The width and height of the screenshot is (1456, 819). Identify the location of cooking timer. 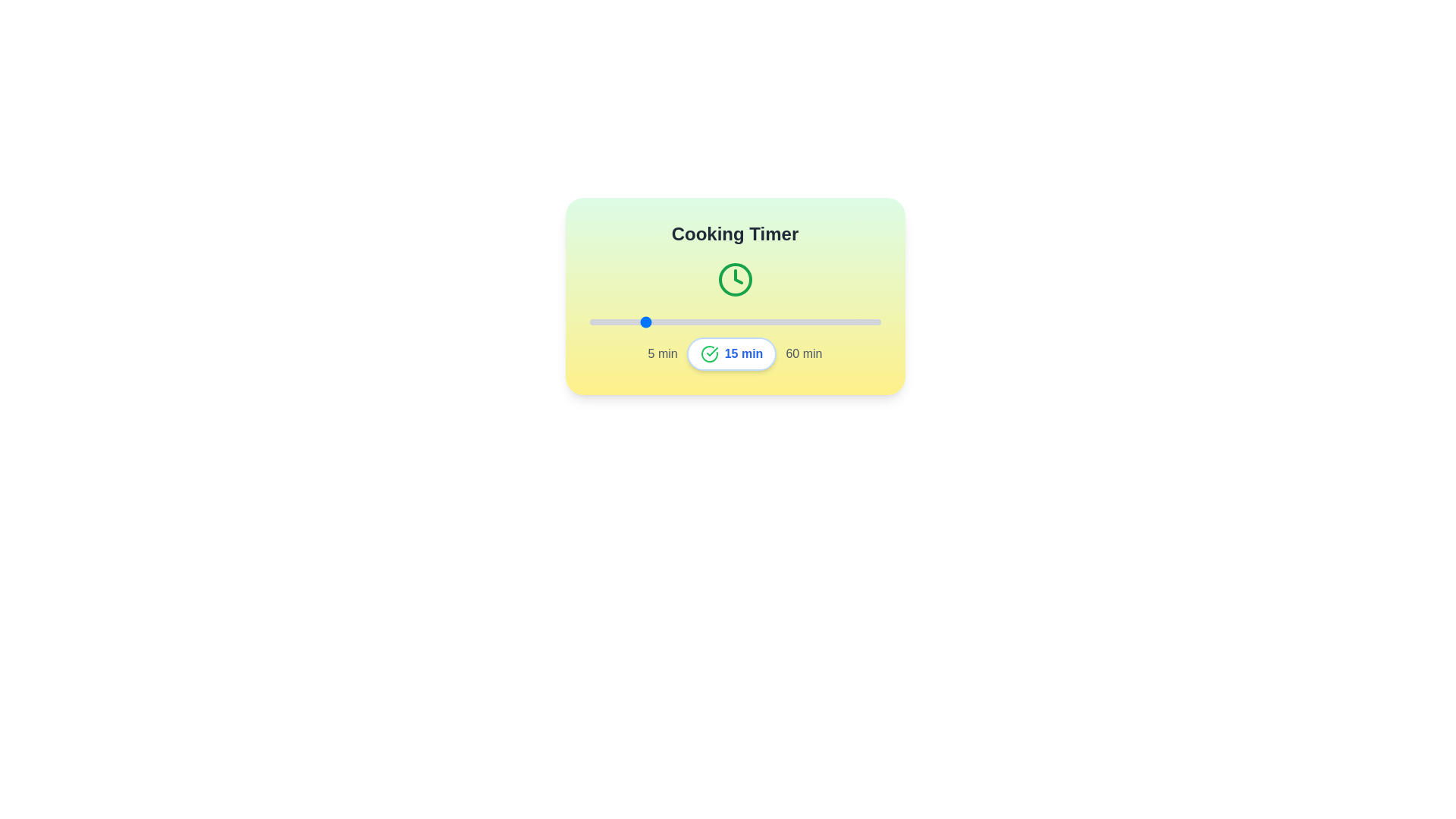
(753, 321).